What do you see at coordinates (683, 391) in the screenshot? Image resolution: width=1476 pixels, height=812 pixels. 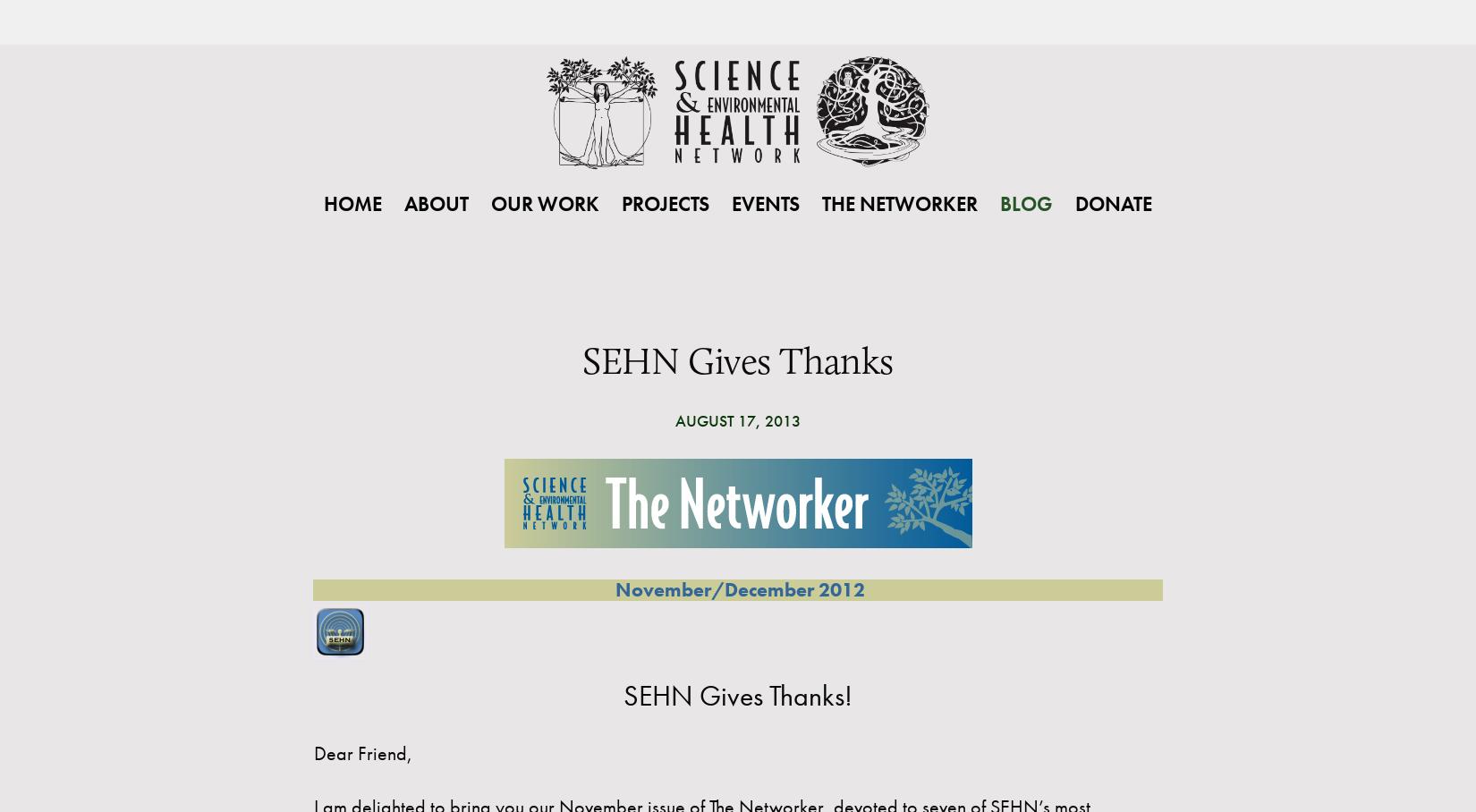 I see `'Guardianship of Future Generations'` at bounding box center [683, 391].